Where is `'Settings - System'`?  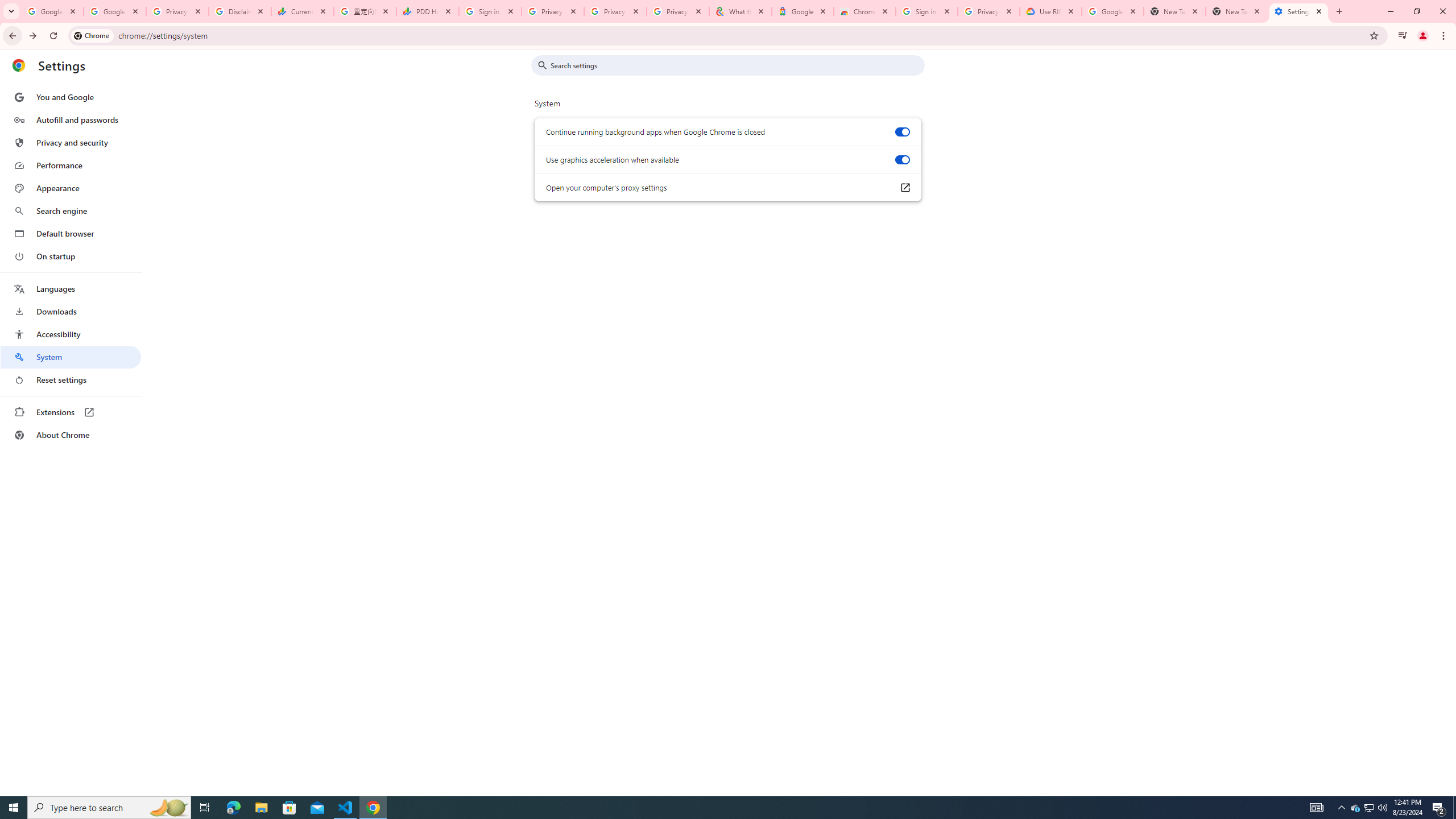 'Settings - System' is located at coordinates (1298, 11).